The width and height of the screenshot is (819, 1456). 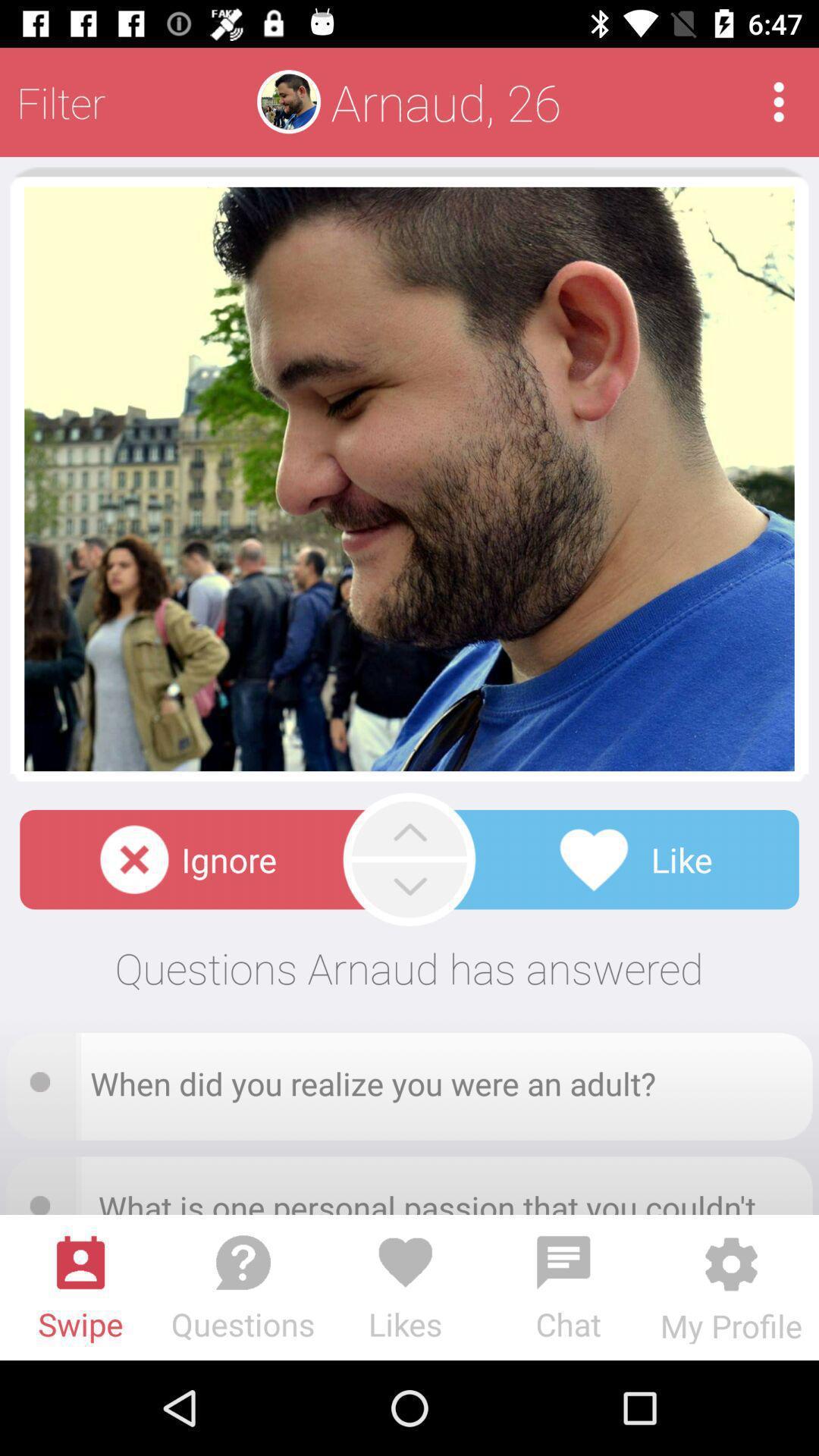 I want to click on the filter at the top left corner, so click(x=60, y=101).